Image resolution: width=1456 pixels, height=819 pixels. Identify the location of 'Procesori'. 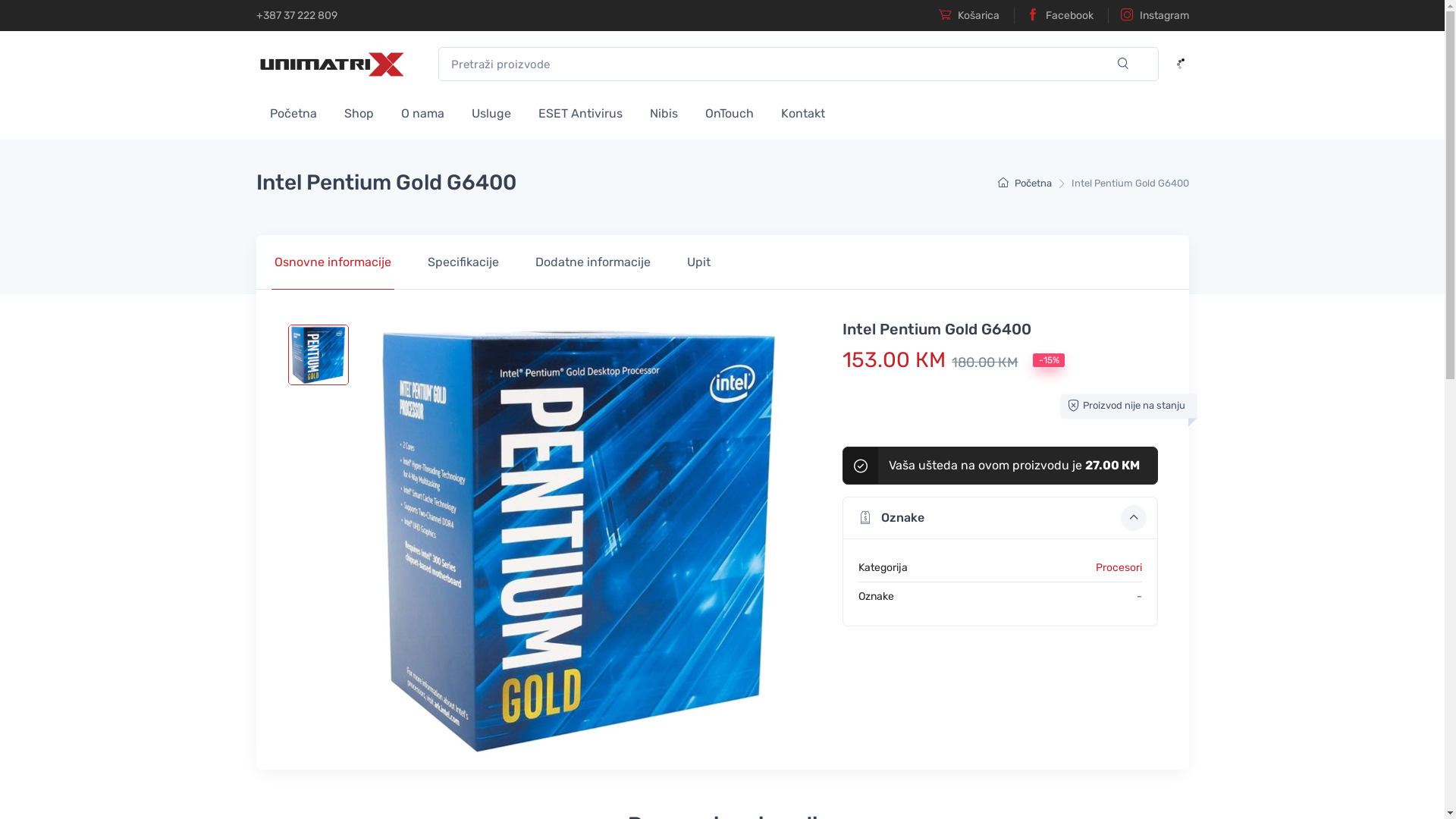
(1119, 567).